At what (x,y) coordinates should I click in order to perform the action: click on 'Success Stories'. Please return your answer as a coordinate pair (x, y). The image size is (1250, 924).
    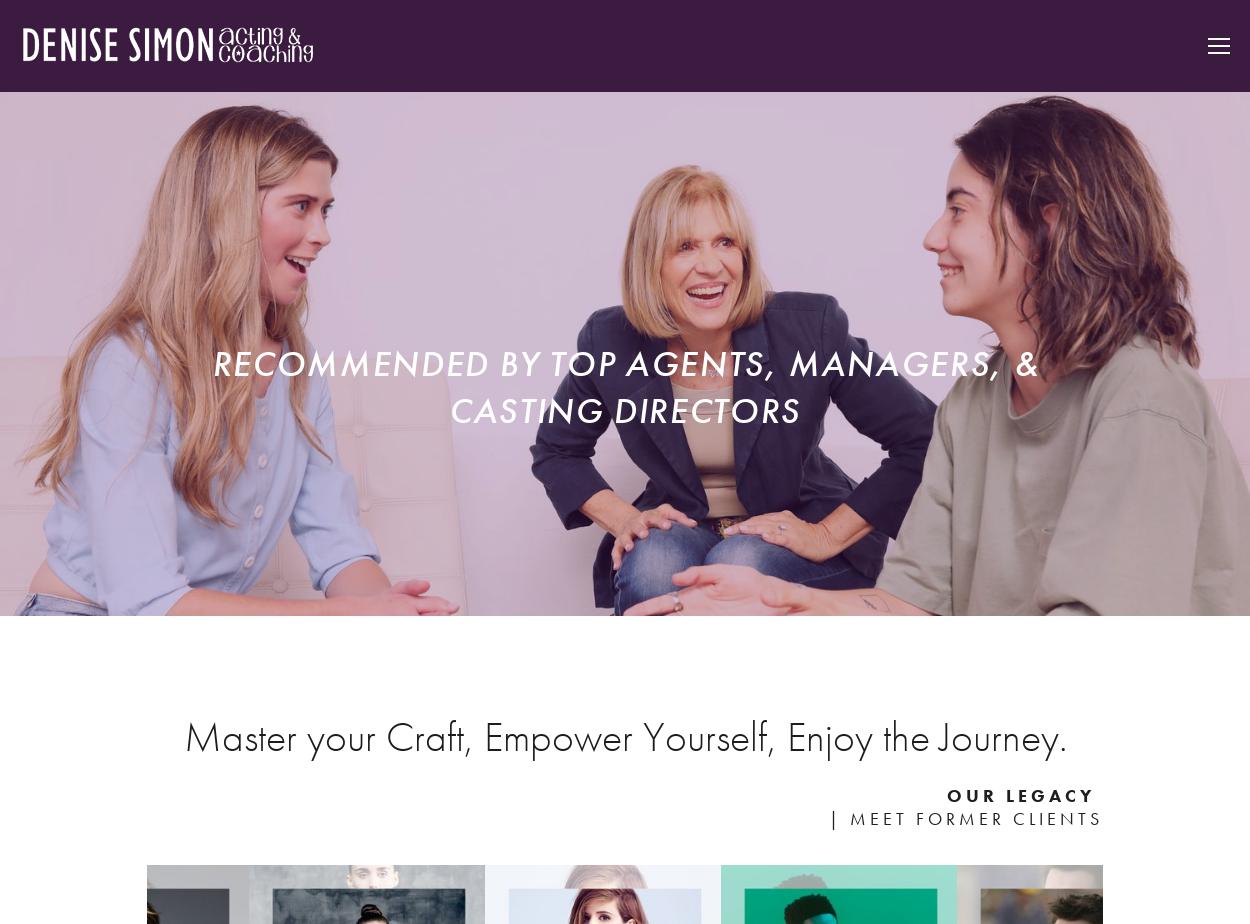
    Looking at the image, I should click on (1091, 169).